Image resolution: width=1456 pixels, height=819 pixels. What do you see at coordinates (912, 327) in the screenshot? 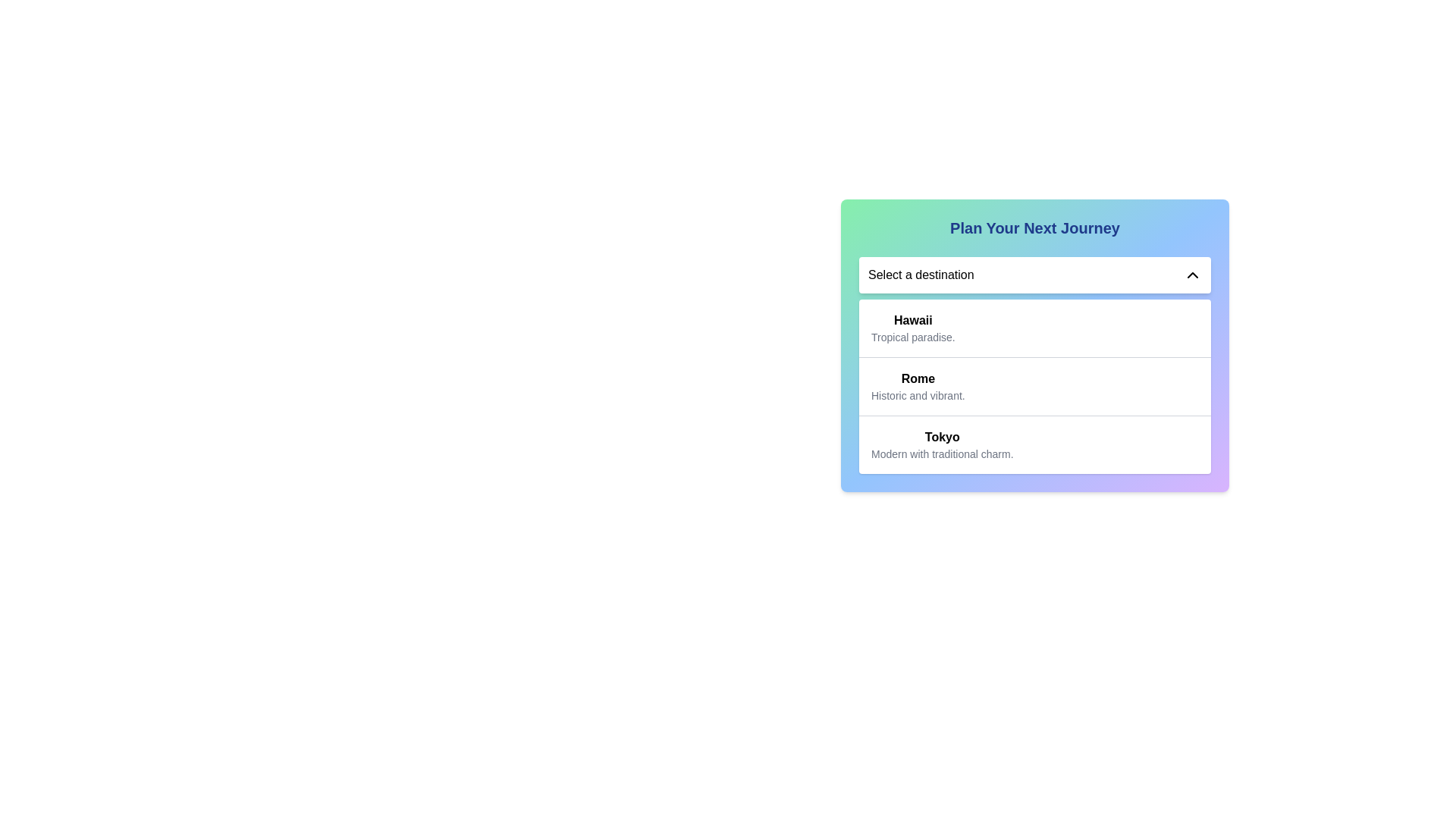
I see `the first entry in the drop-down menu displaying the name 'Hawaii'` at bounding box center [912, 327].